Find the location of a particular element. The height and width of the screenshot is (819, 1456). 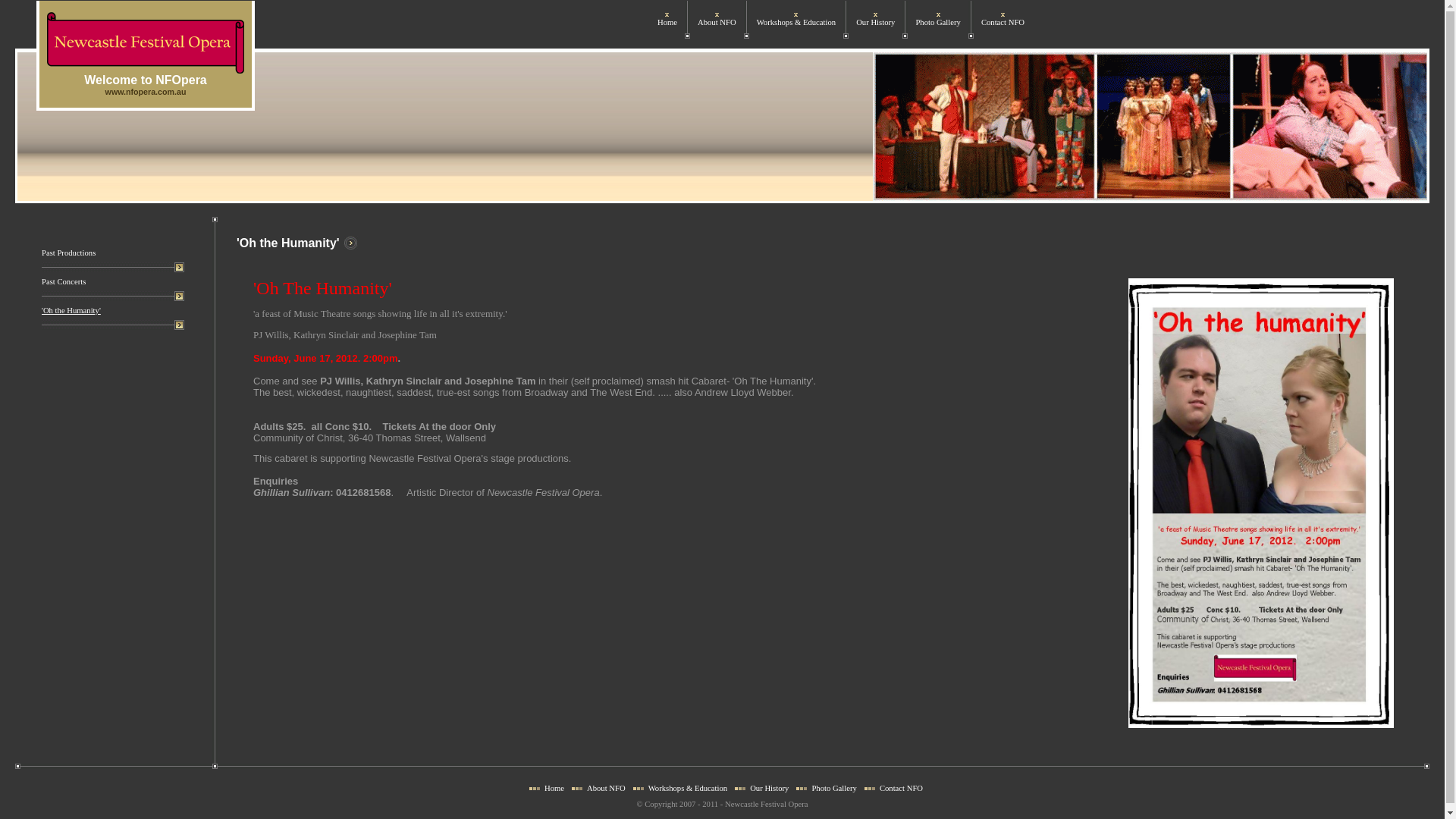

'Past Concerts' is located at coordinates (62, 281).